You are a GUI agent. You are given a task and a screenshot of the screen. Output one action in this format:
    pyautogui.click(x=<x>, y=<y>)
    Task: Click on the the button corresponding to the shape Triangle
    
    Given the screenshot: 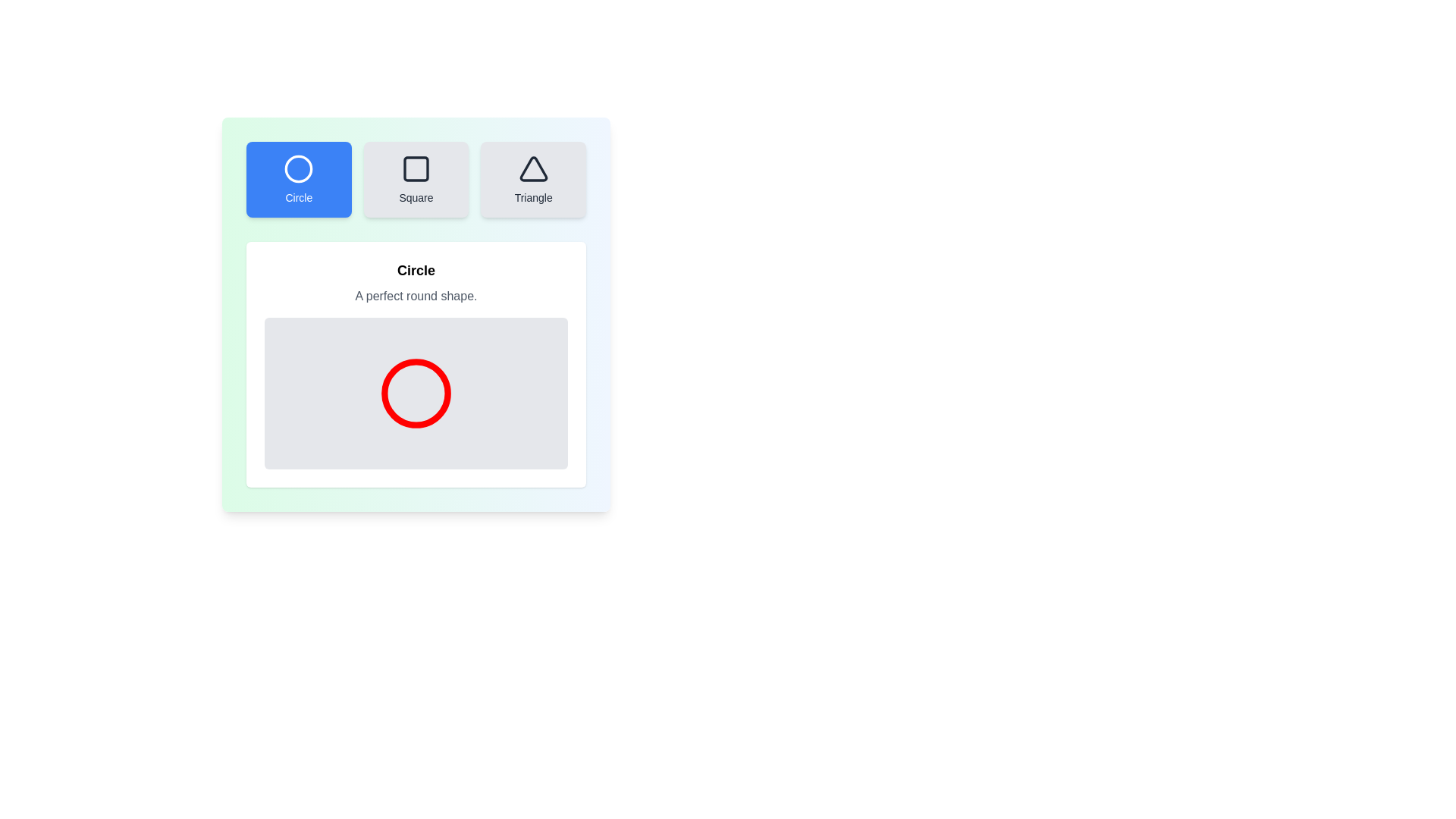 What is the action you would take?
    pyautogui.click(x=532, y=178)
    